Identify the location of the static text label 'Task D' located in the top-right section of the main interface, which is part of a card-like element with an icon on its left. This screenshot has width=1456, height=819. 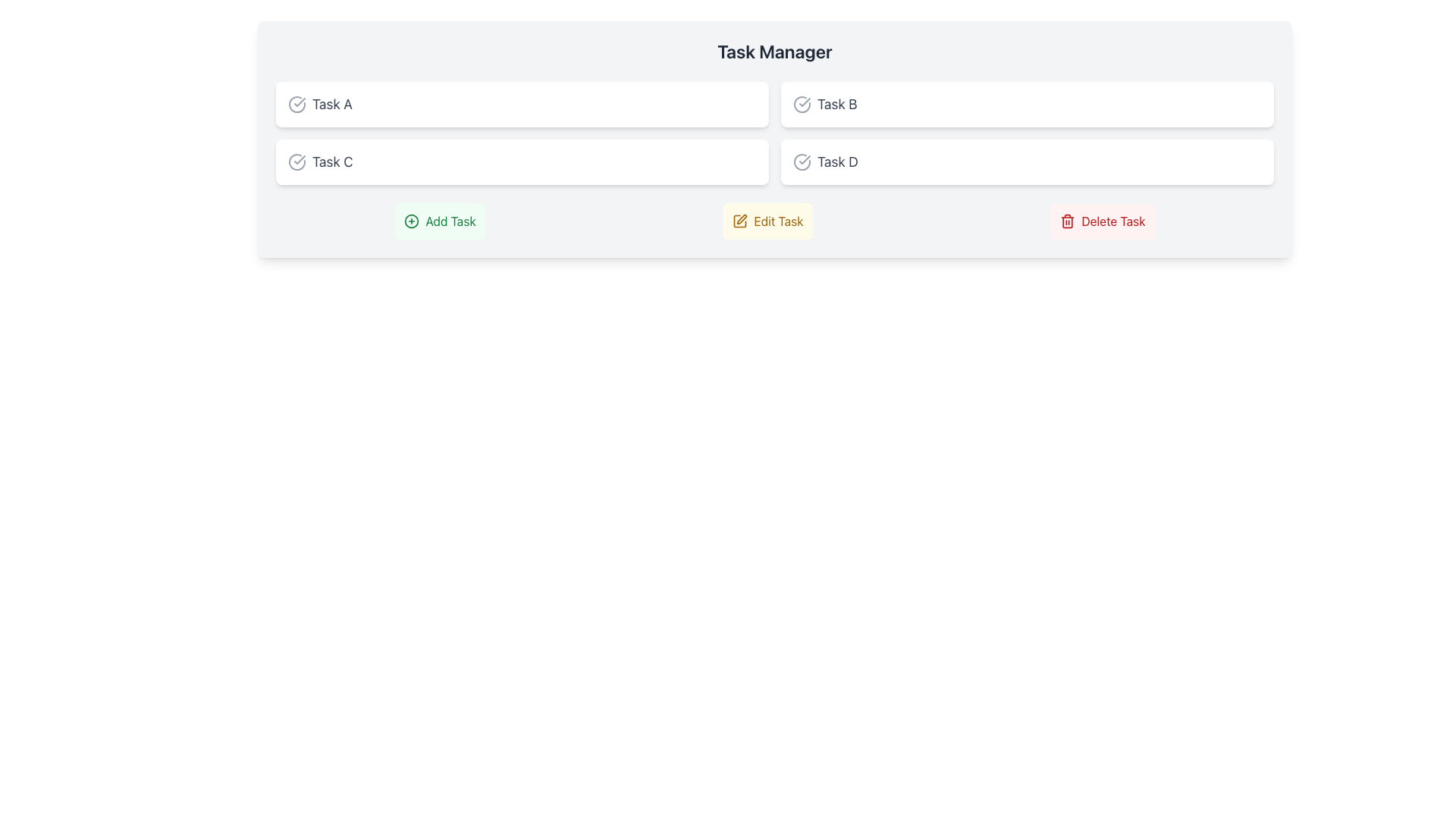
(836, 162).